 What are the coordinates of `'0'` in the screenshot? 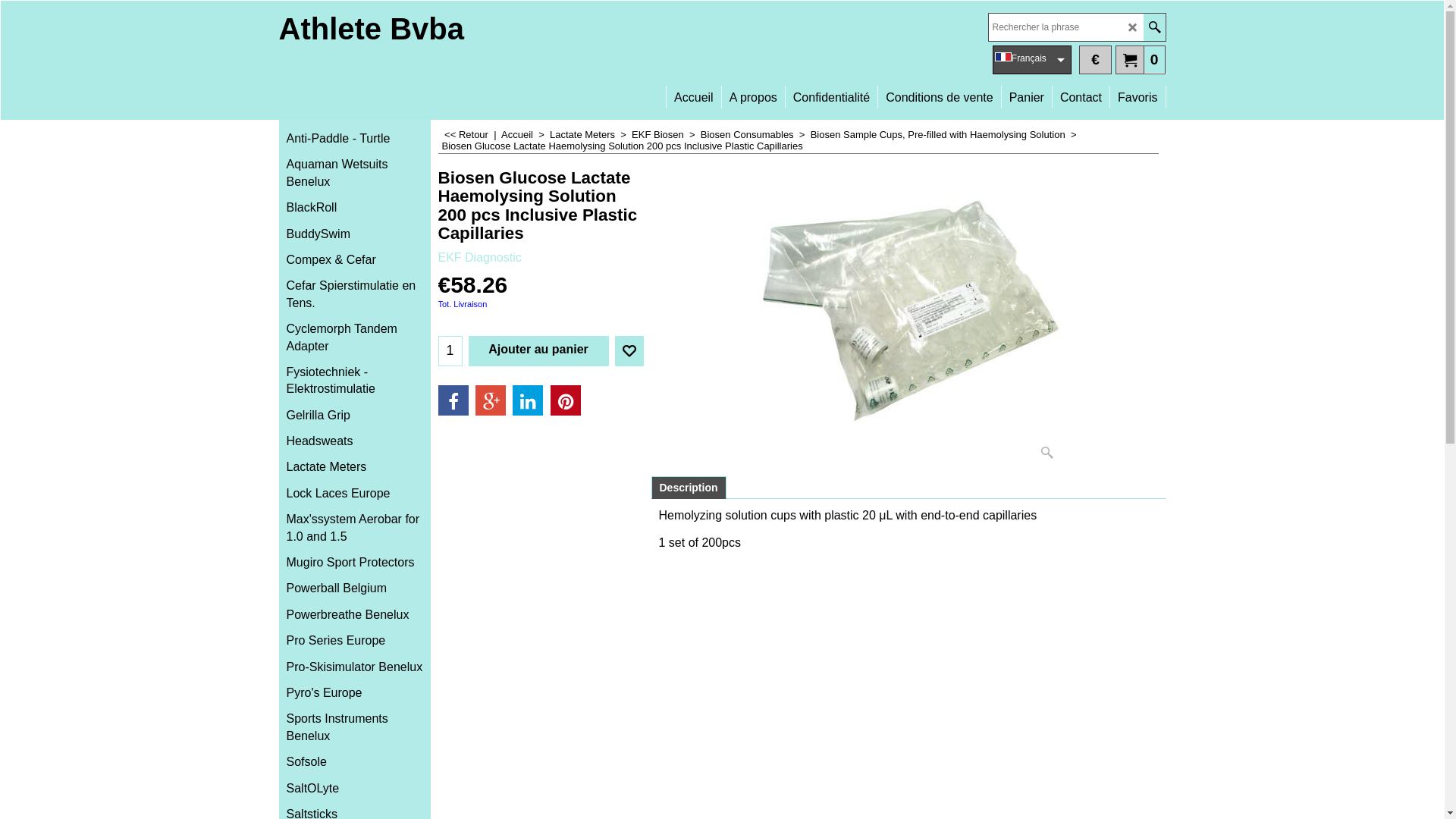 It's located at (1115, 58).